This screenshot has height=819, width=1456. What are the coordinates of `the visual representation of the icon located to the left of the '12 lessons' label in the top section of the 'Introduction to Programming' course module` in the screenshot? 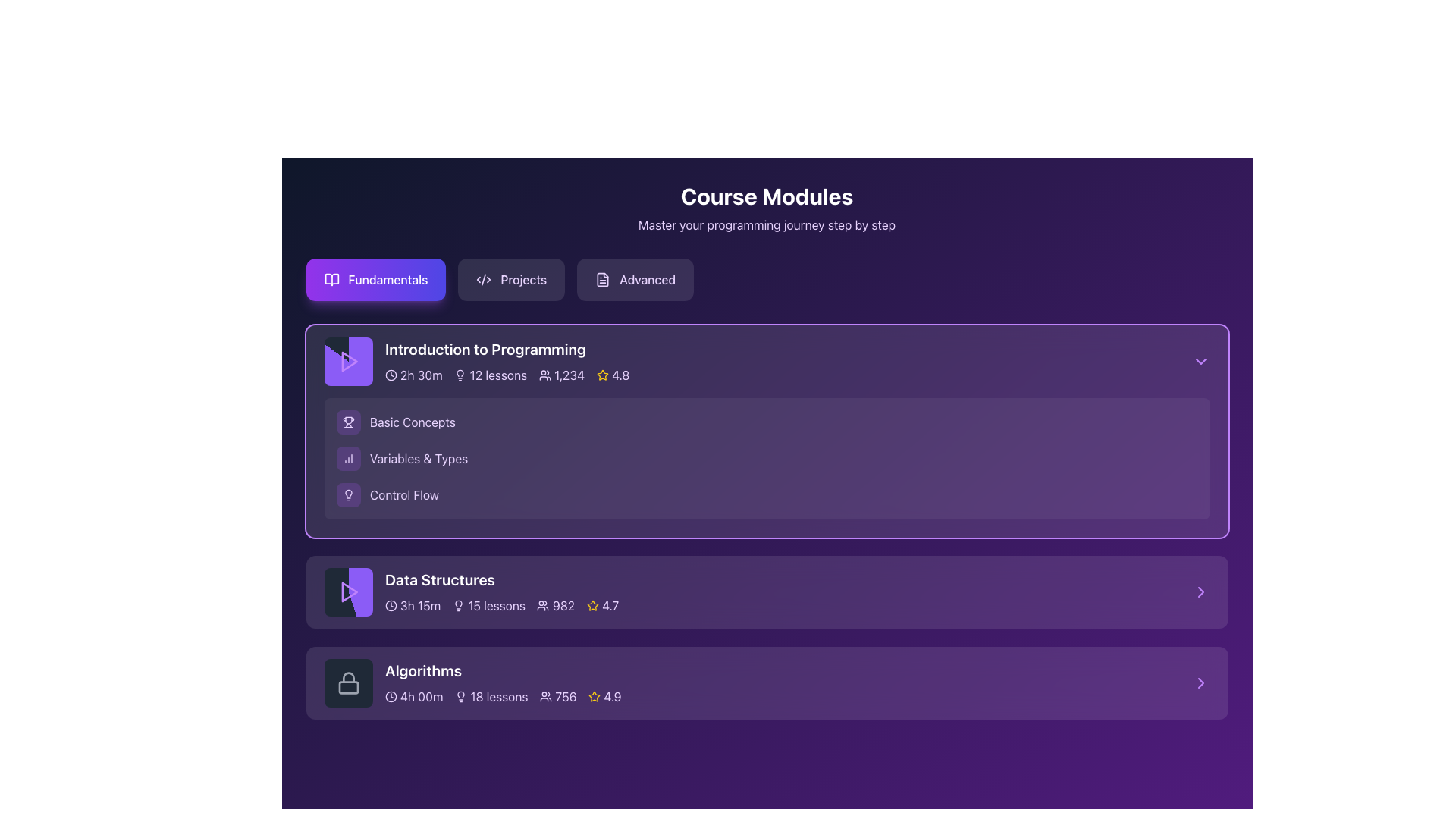 It's located at (460, 375).